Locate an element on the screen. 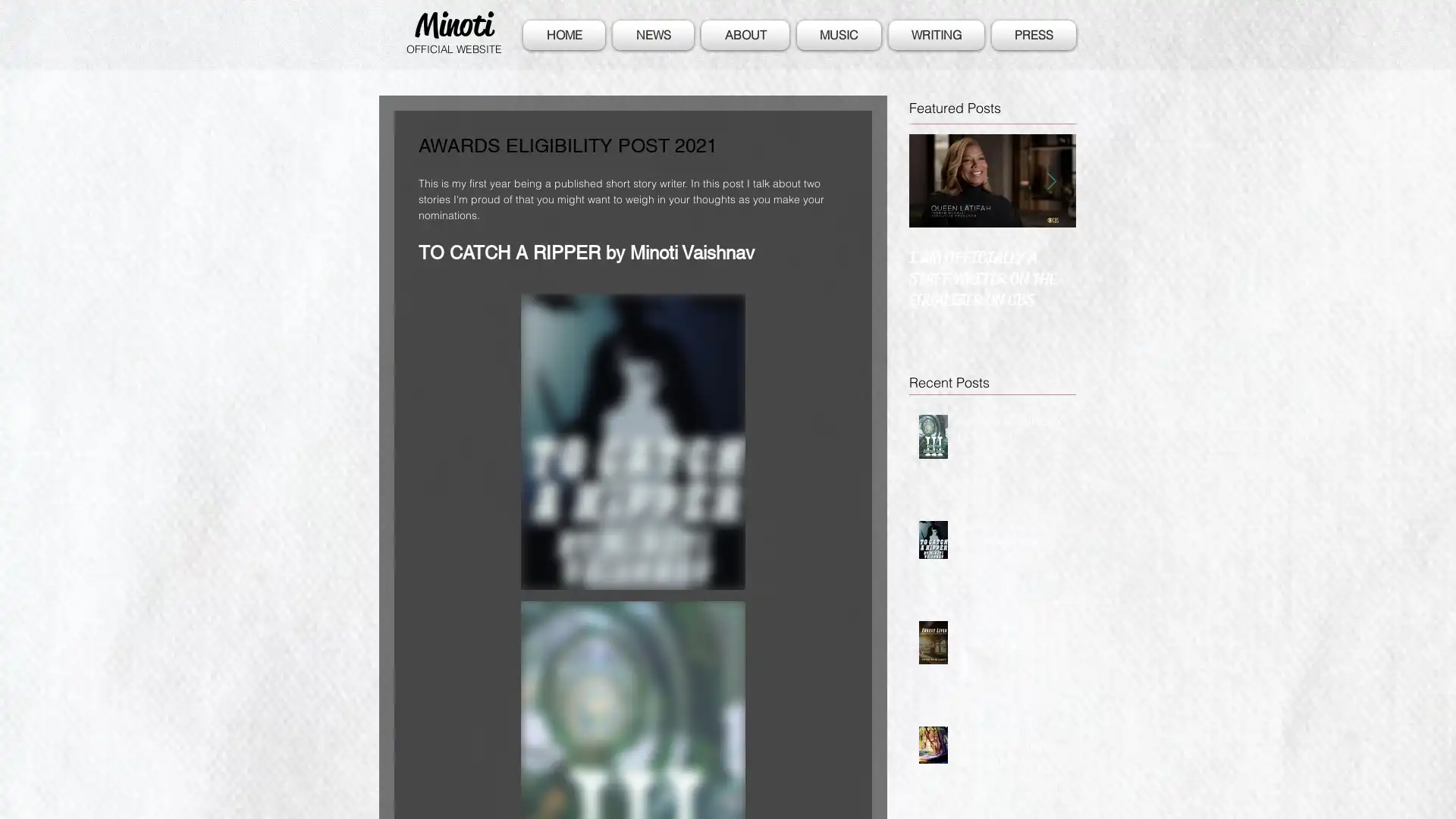 The image size is (1456, 819). Previous Item is located at coordinates (932, 179).